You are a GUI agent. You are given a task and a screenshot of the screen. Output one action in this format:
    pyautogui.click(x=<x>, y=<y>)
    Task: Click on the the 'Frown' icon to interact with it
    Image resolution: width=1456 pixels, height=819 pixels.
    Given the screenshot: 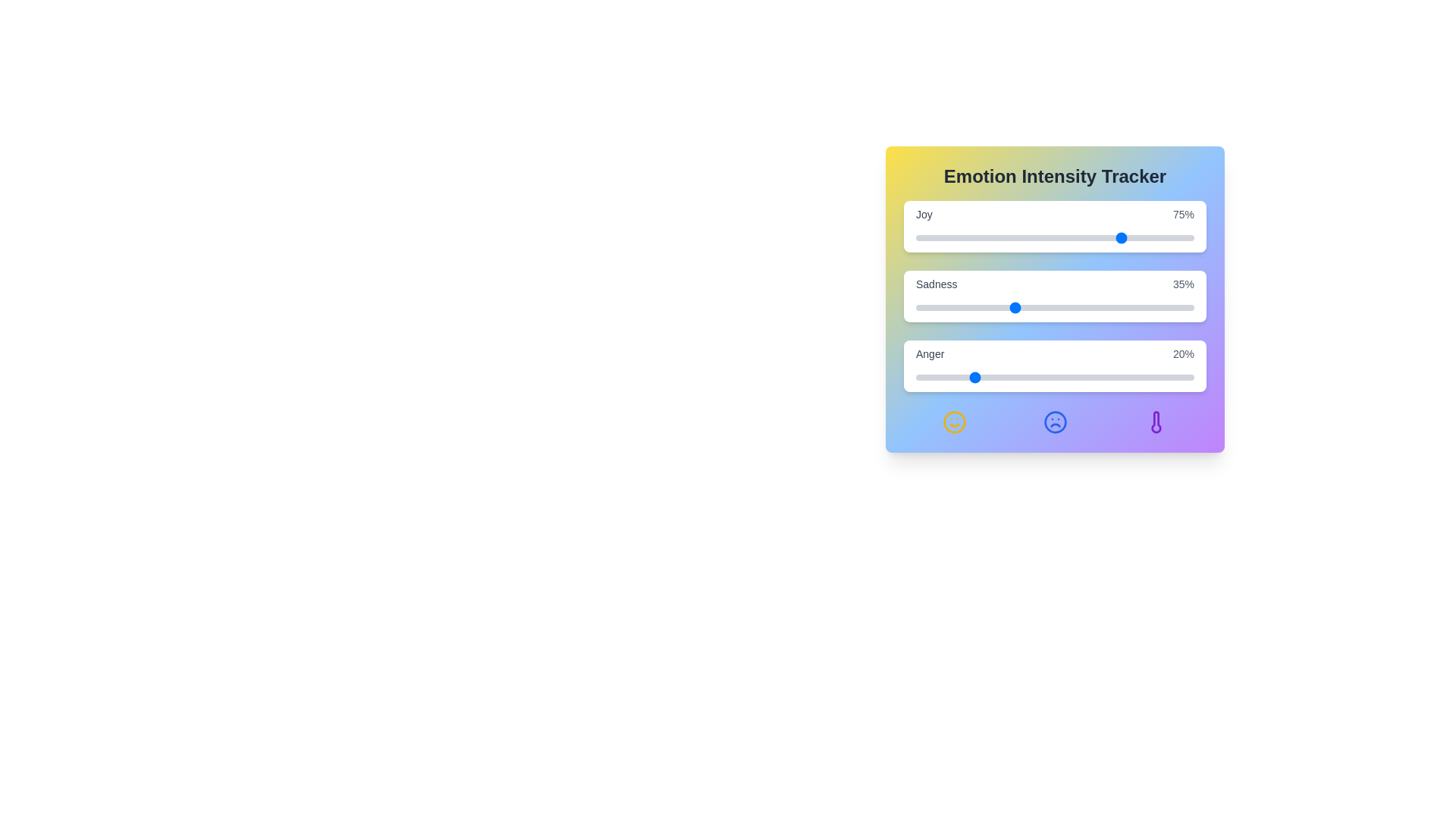 What is the action you would take?
    pyautogui.click(x=1054, y=422)
    